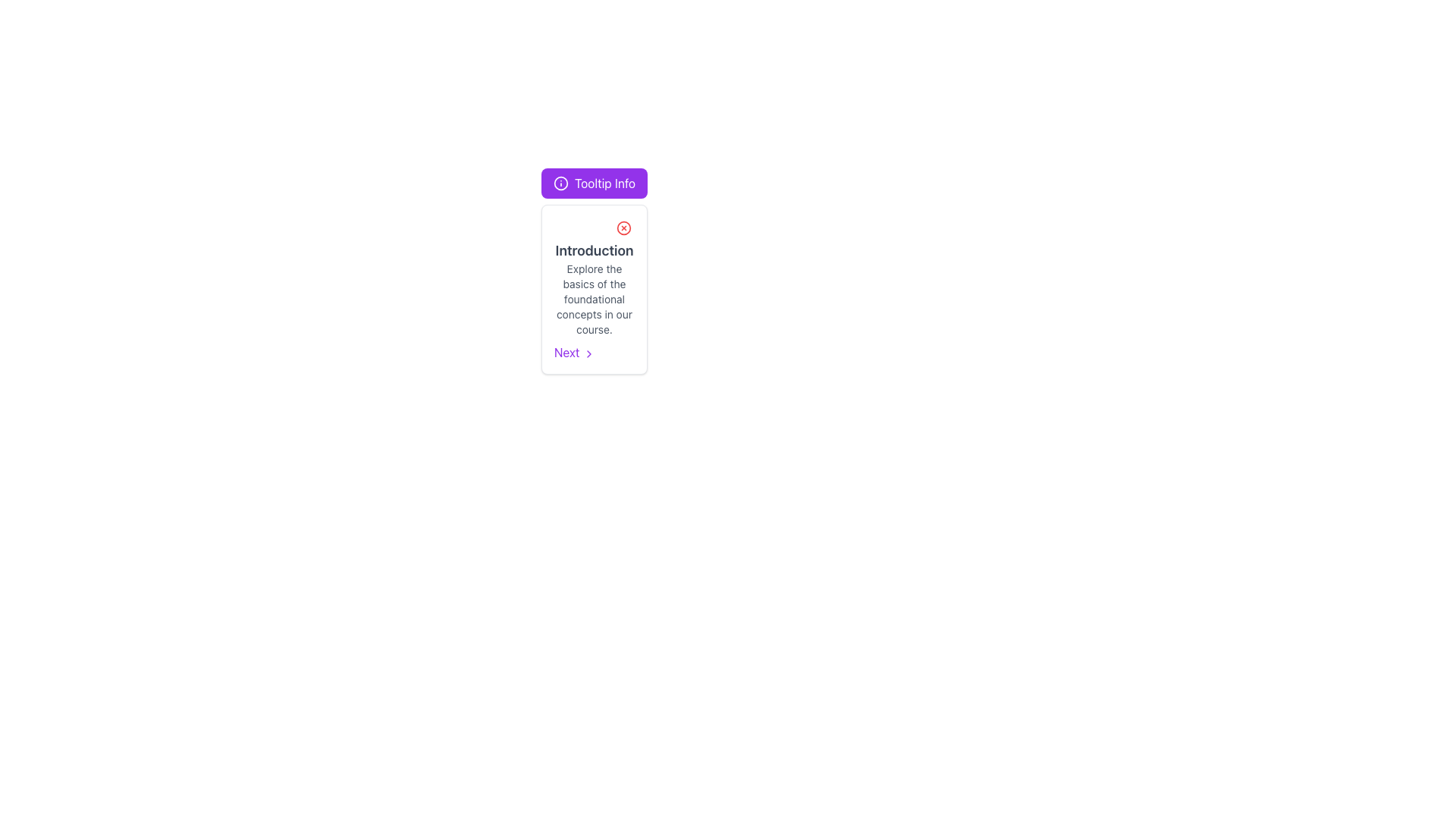 This screenshot has height=819, width=1456. Describe the element at coordinates (624, 227) in the screenshot. I see `the dismiss or close button located at the top-right area of the card component` at that location.